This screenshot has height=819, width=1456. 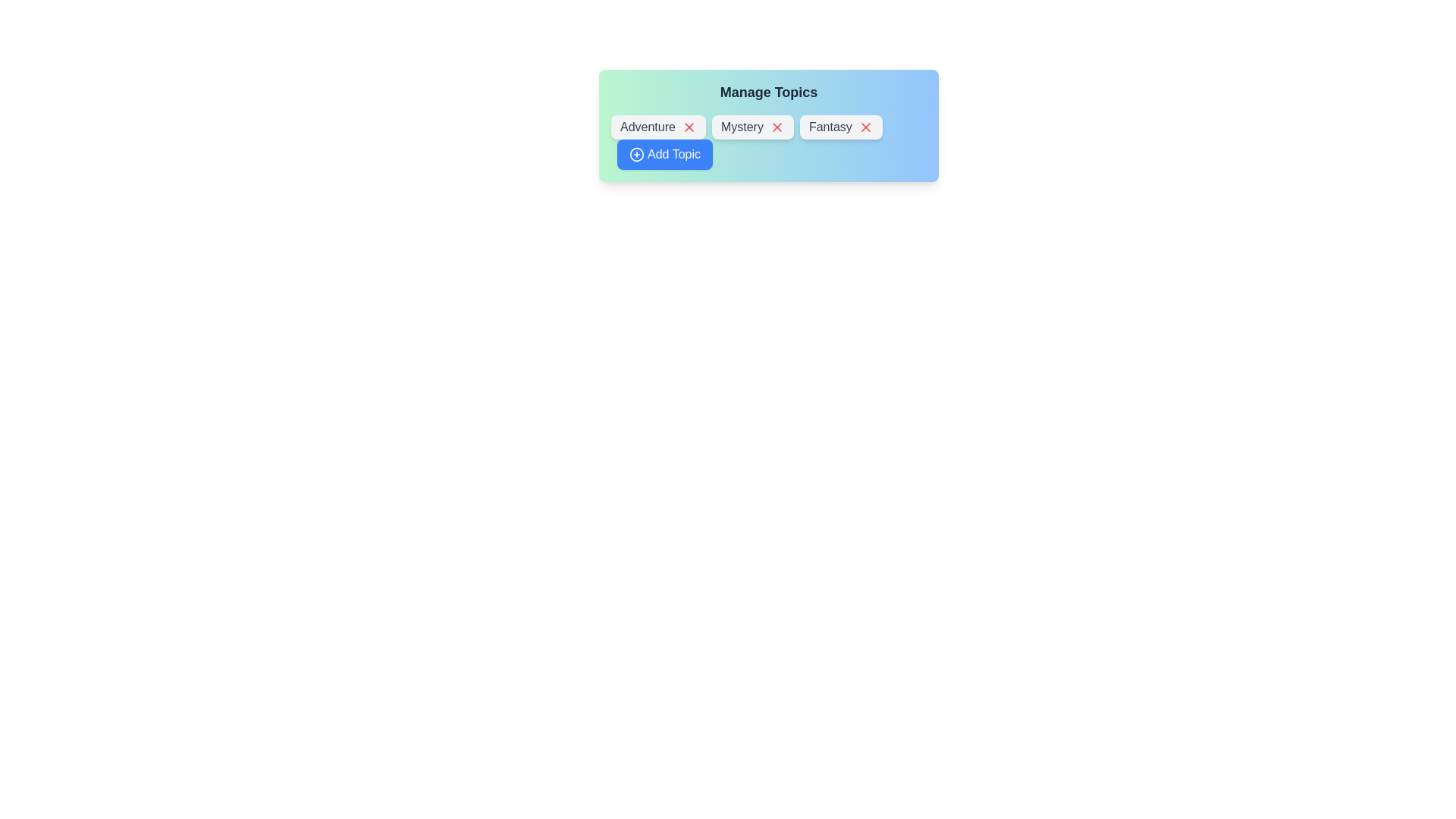 What do you see at coordinates (777, 127) in the screenshot?
I see `'X' button on the chip labeled 'Mystery' to delete it` at bounding box center [777, 127].